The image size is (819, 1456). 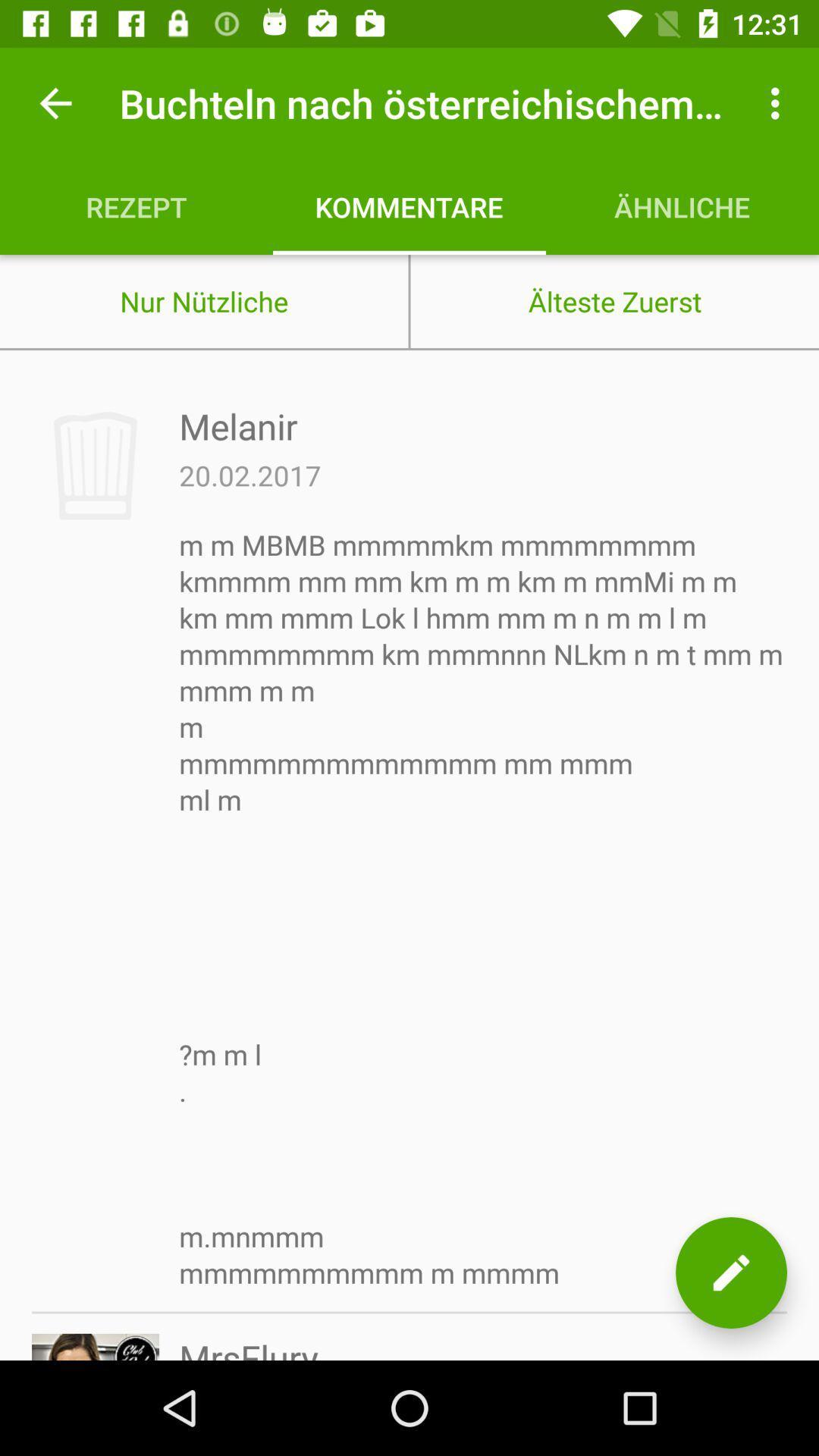 I want to click on the item next to mrsflury icon, so click(x=730, y=1272).